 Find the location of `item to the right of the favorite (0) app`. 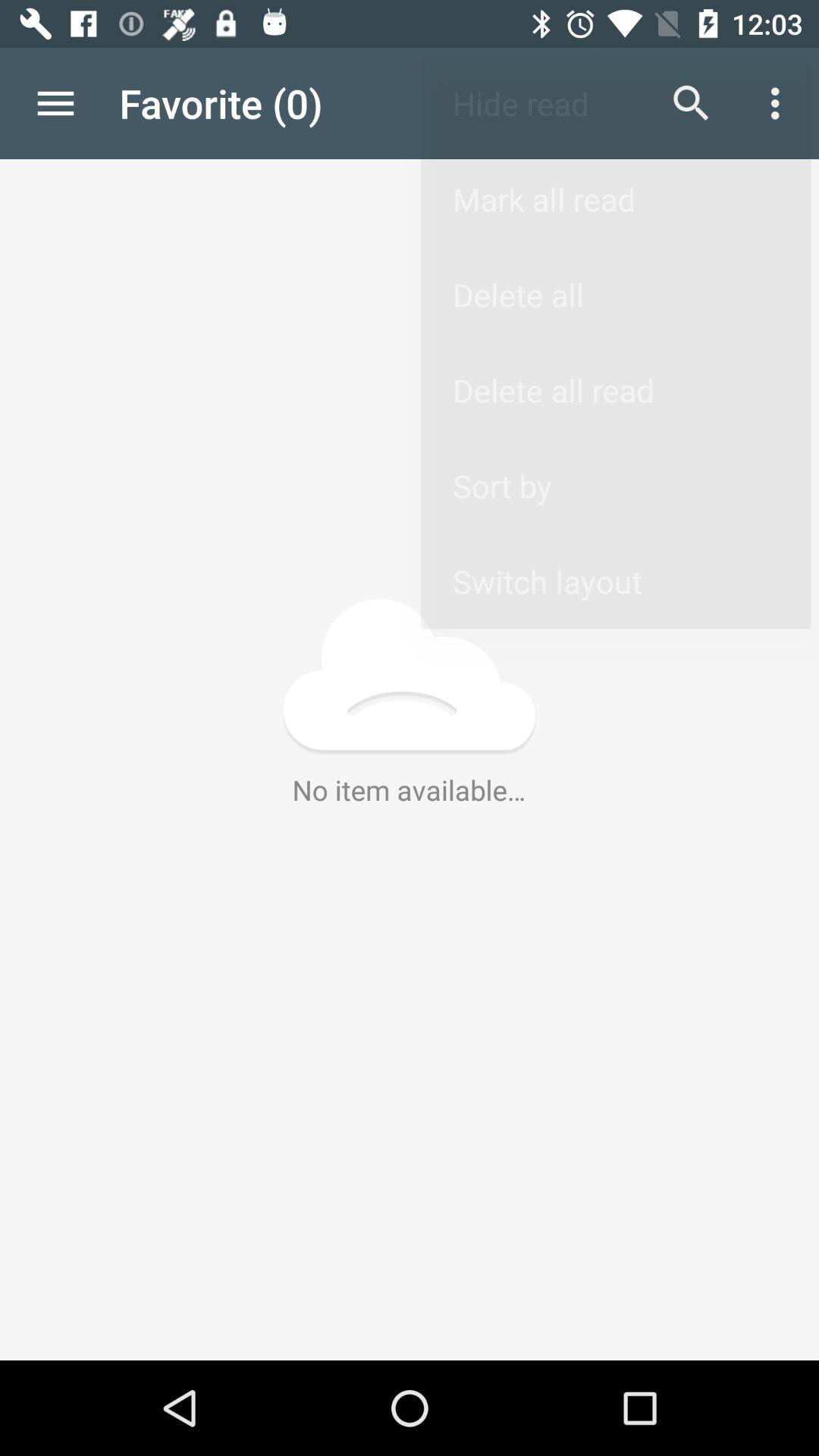

item to the right of the favorite (0) app is located at coordinates (691, 102).